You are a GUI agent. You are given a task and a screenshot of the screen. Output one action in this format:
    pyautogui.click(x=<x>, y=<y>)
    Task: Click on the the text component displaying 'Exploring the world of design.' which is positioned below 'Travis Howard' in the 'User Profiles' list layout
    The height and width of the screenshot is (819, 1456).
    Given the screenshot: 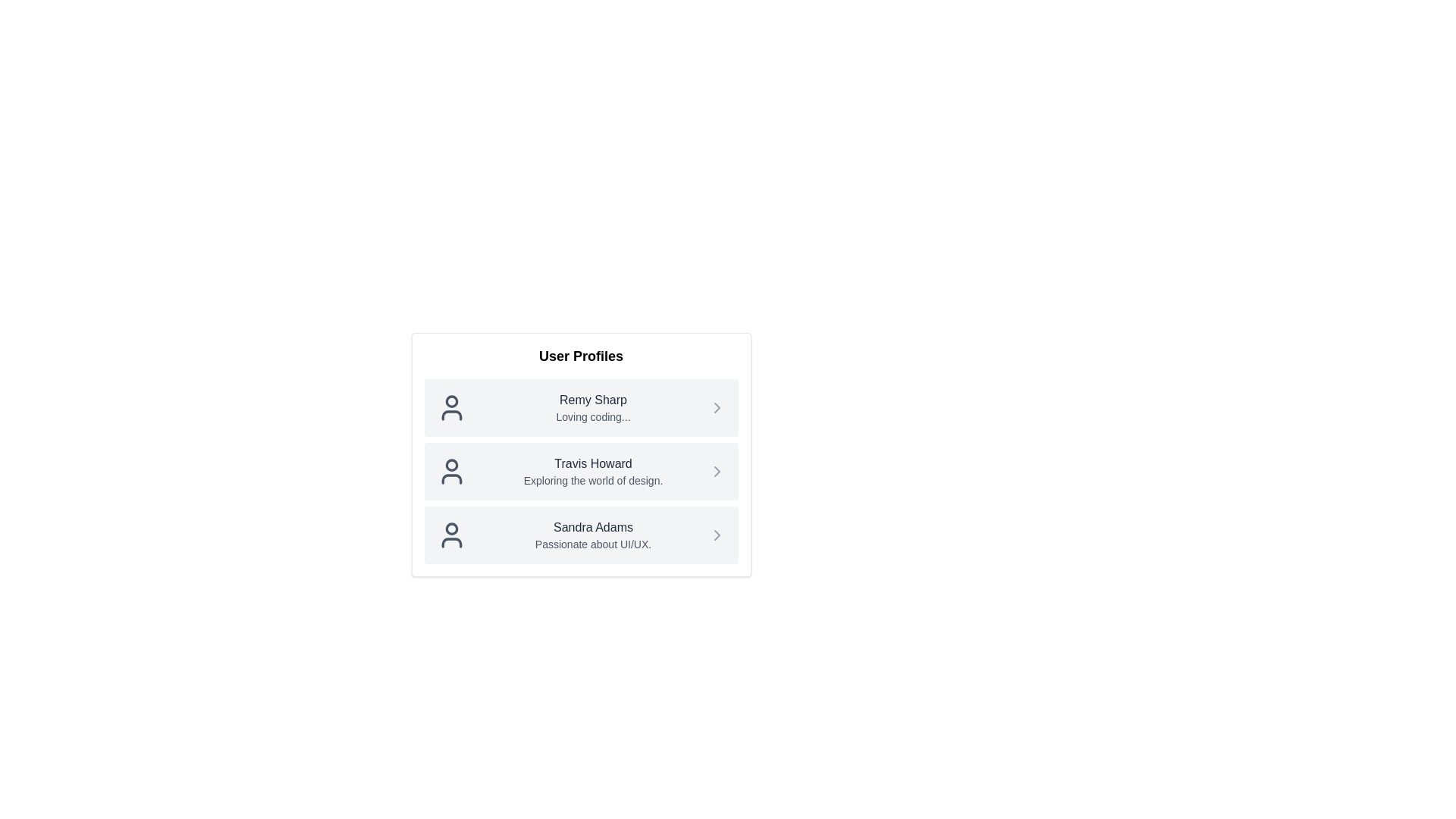 What is the action you would take?
    pyautogui.click(x=592, y=480)
    